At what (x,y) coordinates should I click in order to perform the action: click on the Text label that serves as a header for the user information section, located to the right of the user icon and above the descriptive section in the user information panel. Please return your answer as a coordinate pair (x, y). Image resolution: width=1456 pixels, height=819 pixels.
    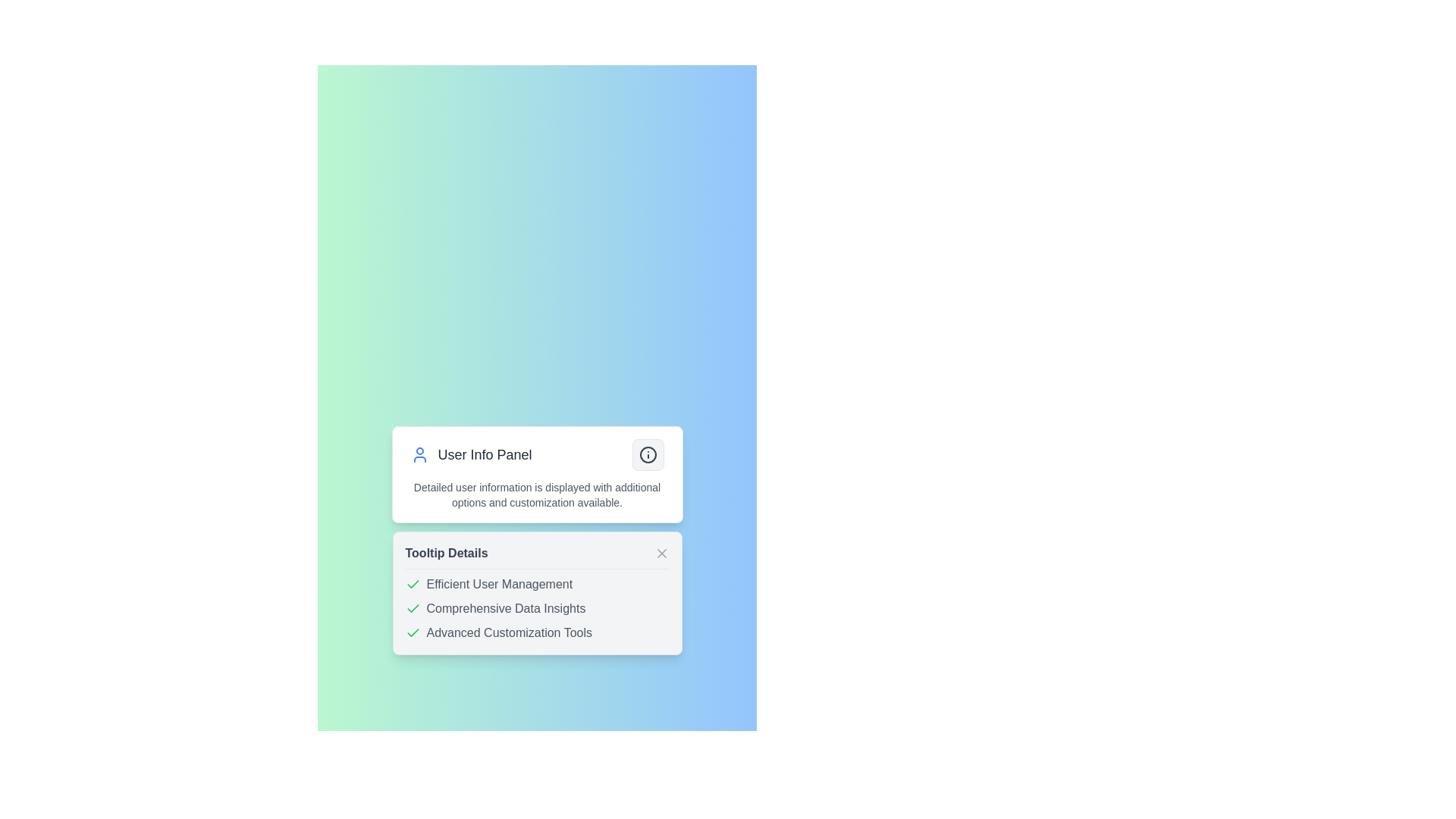
    Looking at the image, I should click on (484, 454).